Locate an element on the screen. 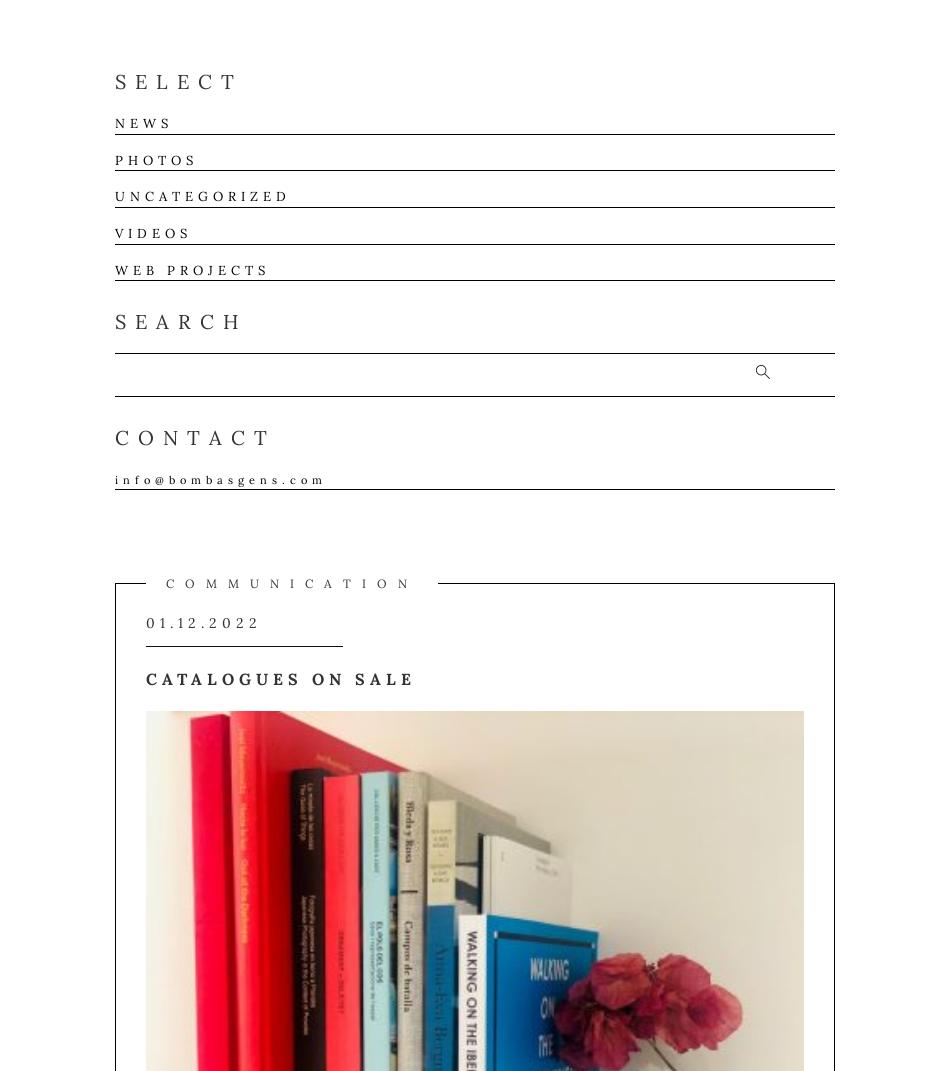 This screenshot has width=950, height=1071. 'Catalogues on sale' is located at coordinates (280, 678).